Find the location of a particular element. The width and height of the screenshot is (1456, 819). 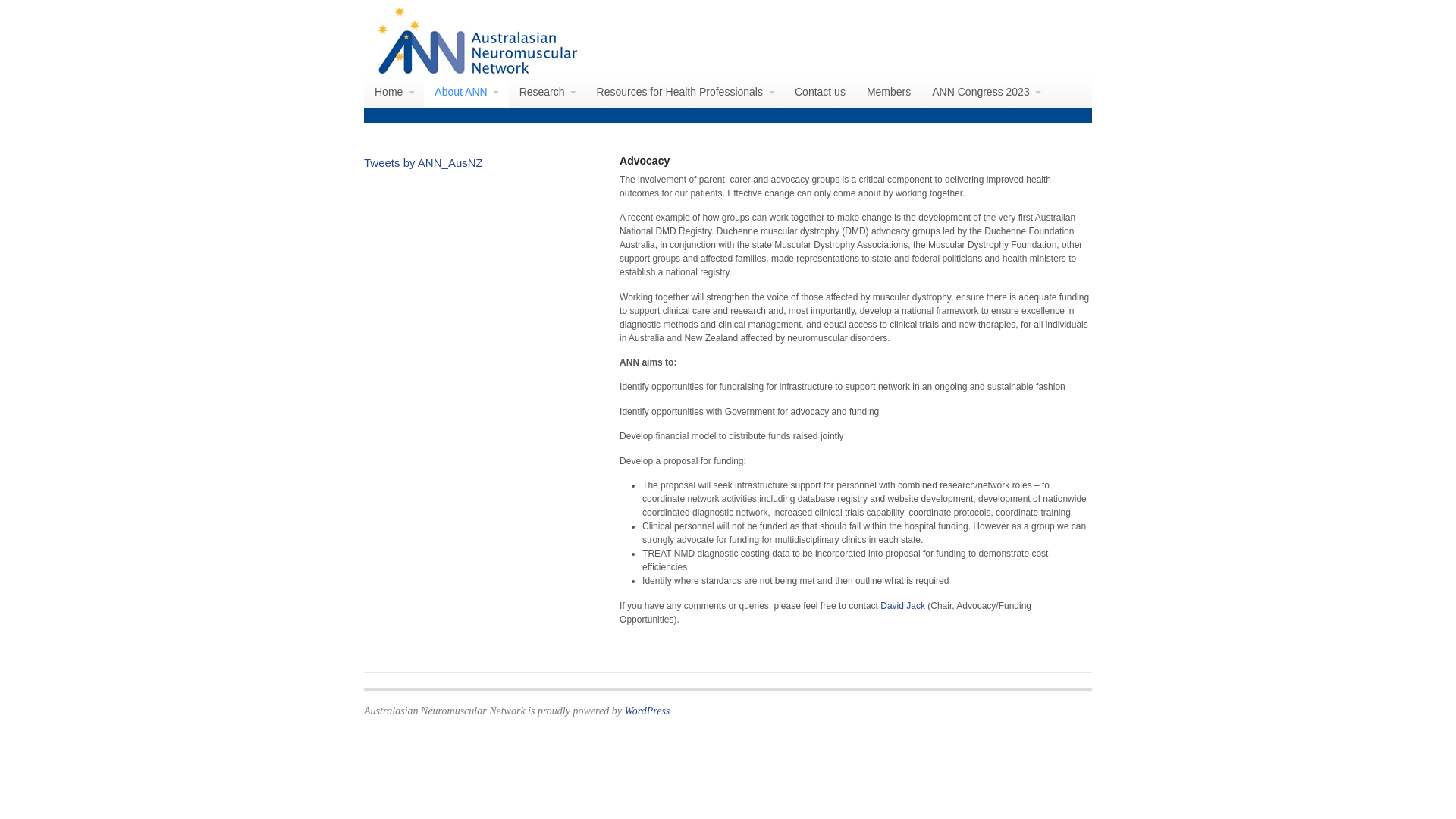

'Home' is located at coordinates (394, 91).